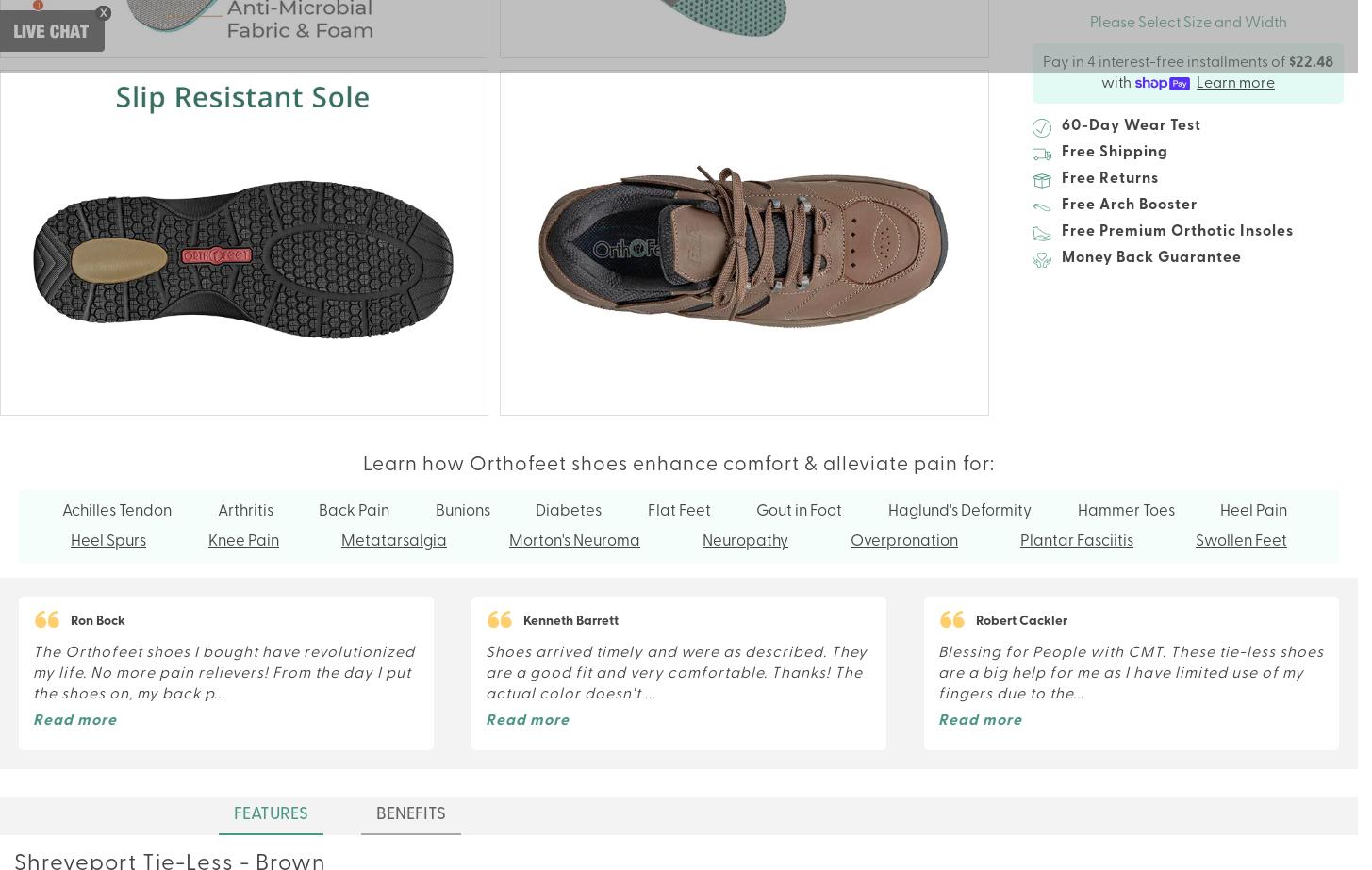 The width and height of the screenshot is (1372, 870). I want to click on '60-Day Wear Test', so click(1061, 126).